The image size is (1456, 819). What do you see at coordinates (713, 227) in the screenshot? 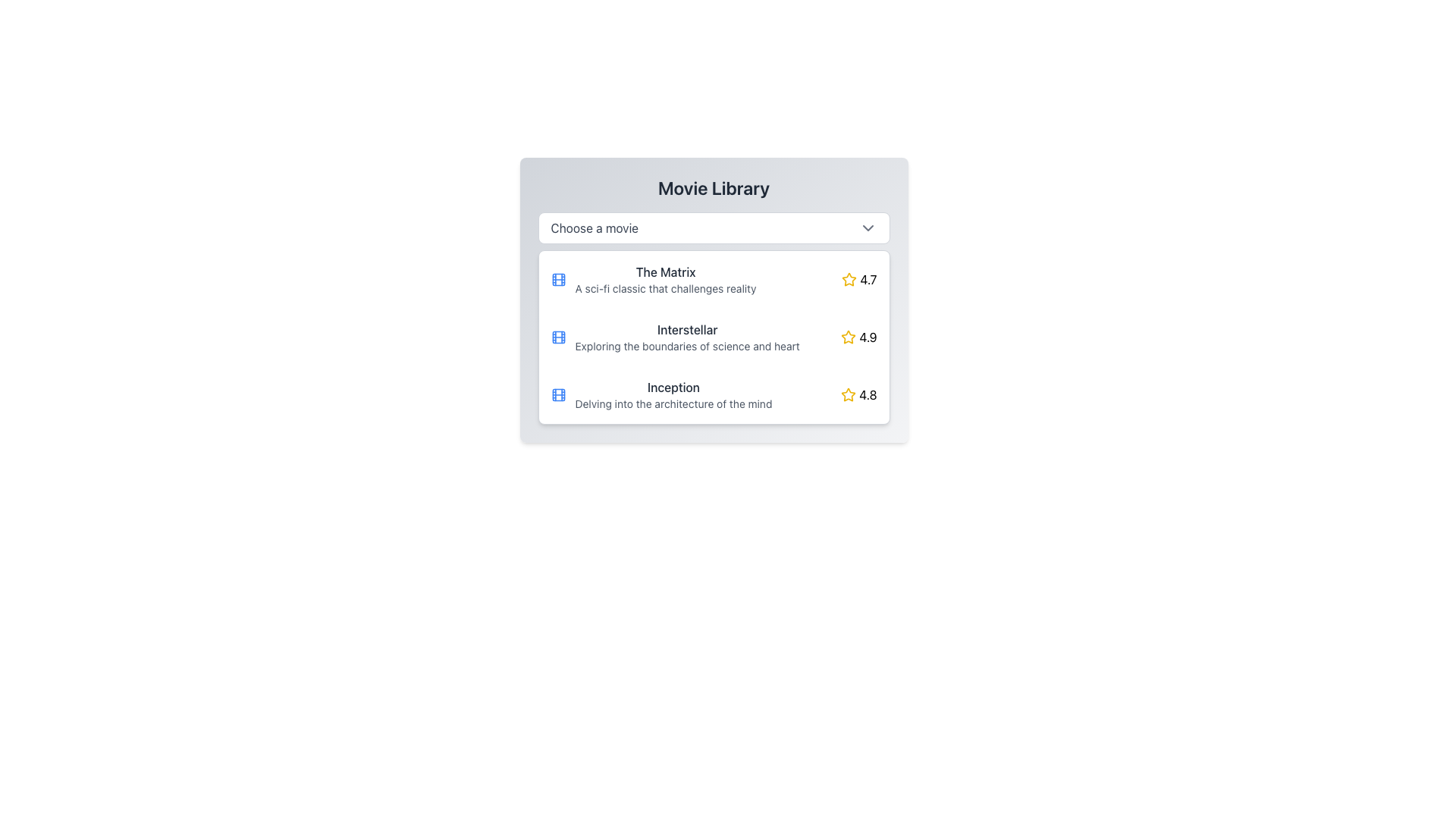
I see `the dropdown menu in the 'Movie Library' card` at bounding box center [713, 227].